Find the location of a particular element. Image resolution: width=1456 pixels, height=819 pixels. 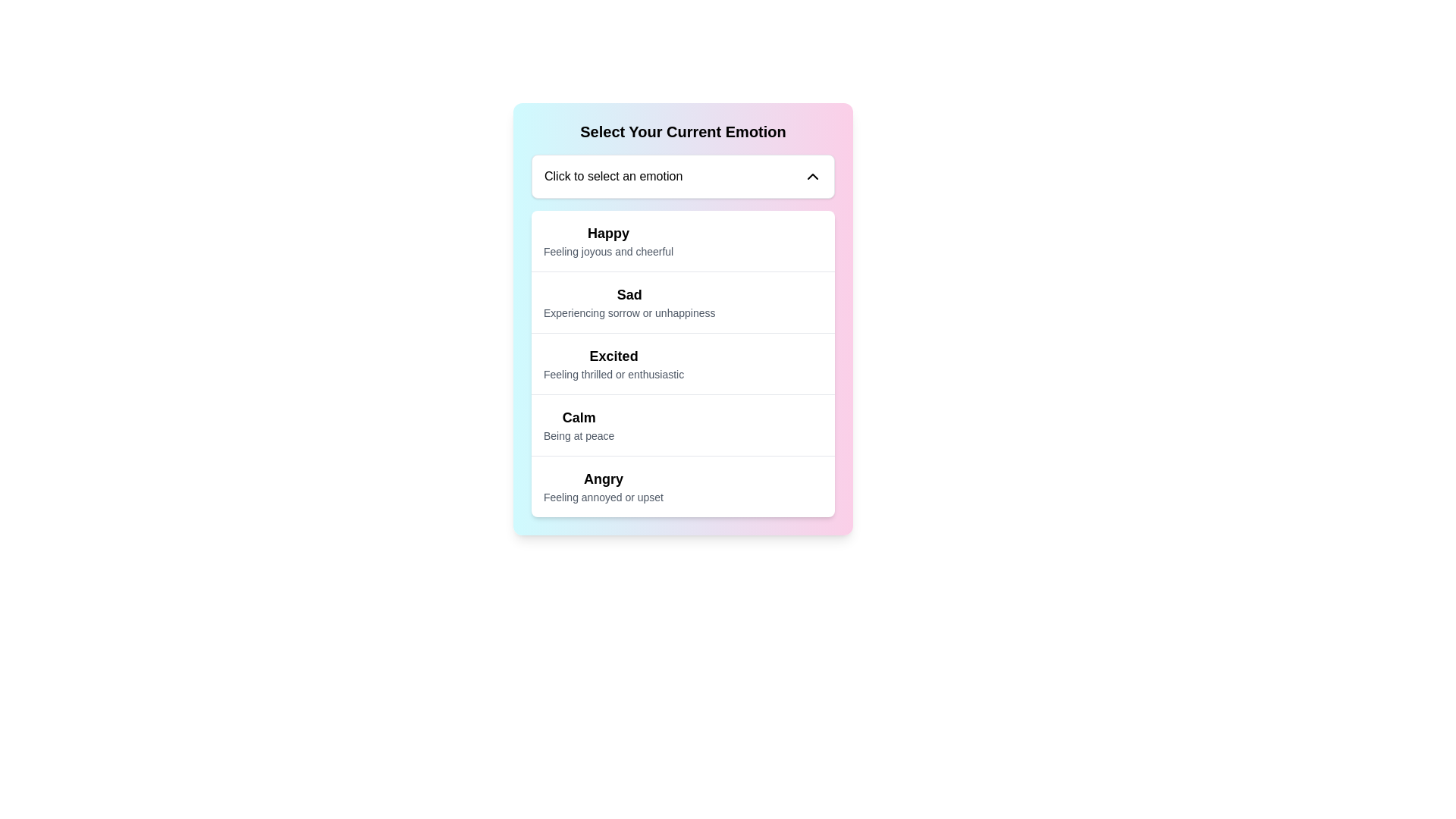

the selectable list item displaying the title 'Sad' and the subtitle 'Experiencing sorrow or unhappiness', which is the second option in the list of emotional states is located at coordinates (682, 302).